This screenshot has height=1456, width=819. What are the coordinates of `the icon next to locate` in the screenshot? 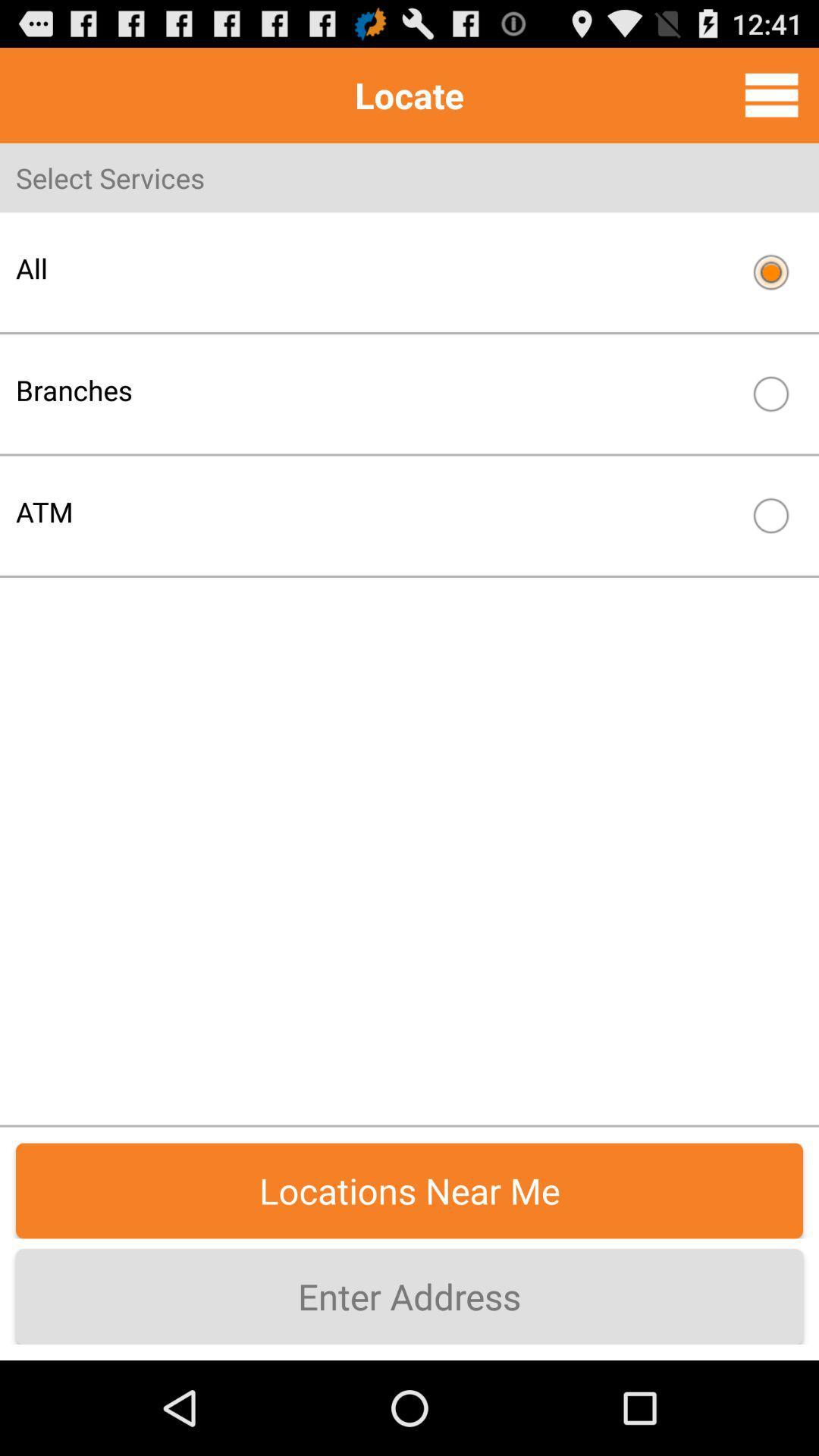 It's located at (771, 94).